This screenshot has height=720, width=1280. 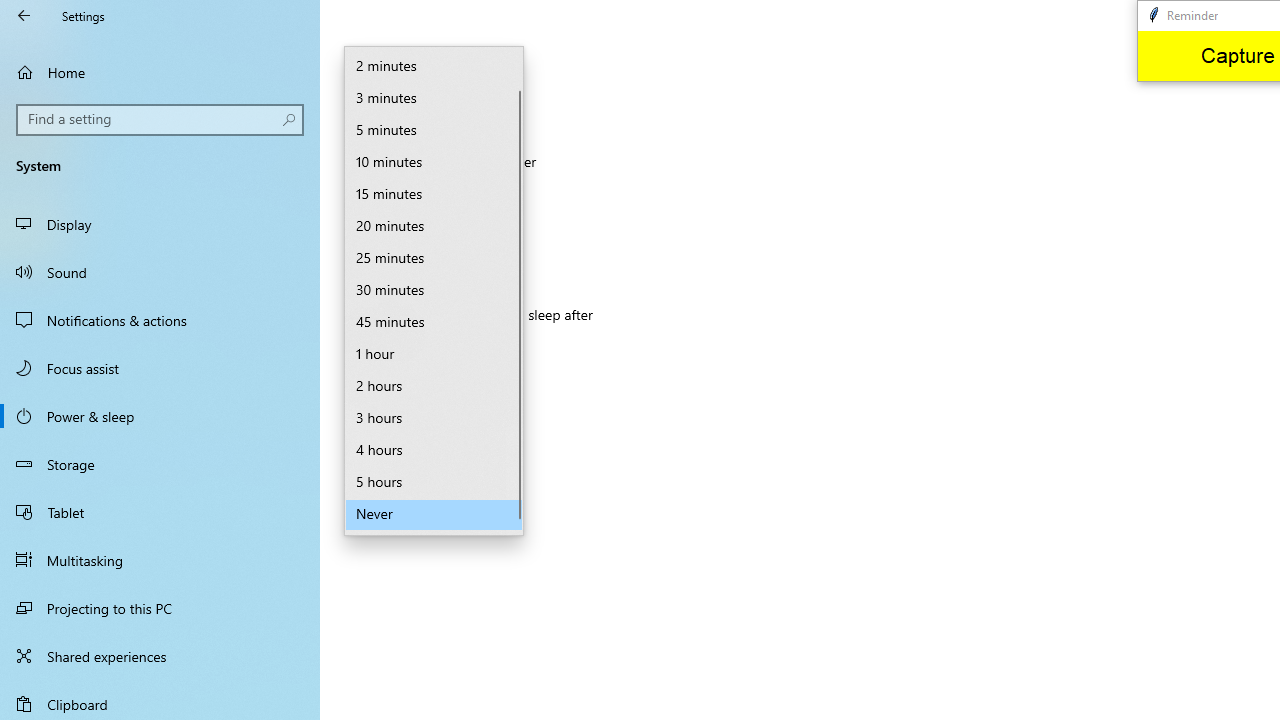 What do you see at coordinates (160, 464) in the screenshot?
I see `'Storage'` at bounding box center [160, 464].